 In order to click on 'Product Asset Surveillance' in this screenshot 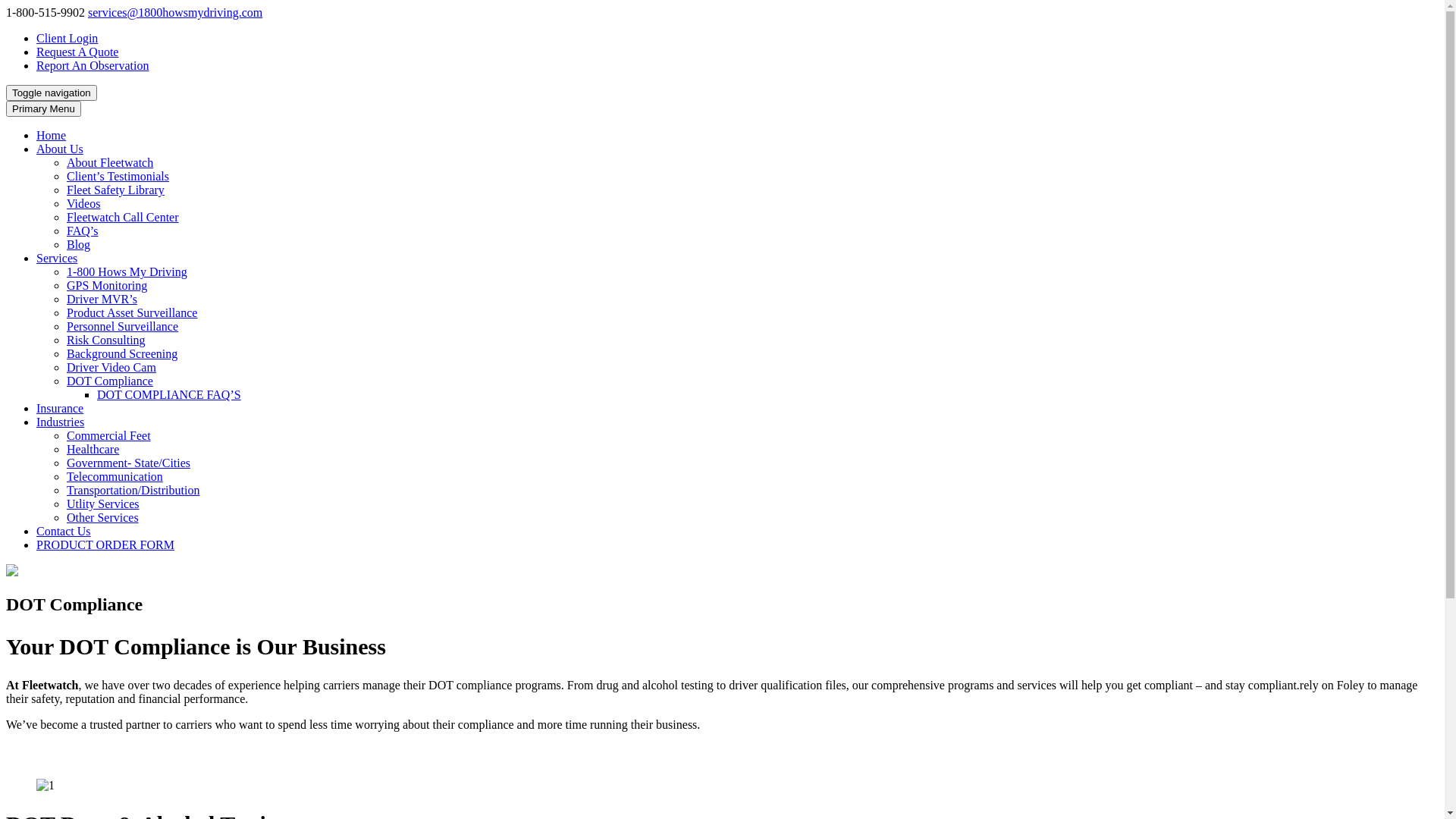, I will do `click(131, 312)`.